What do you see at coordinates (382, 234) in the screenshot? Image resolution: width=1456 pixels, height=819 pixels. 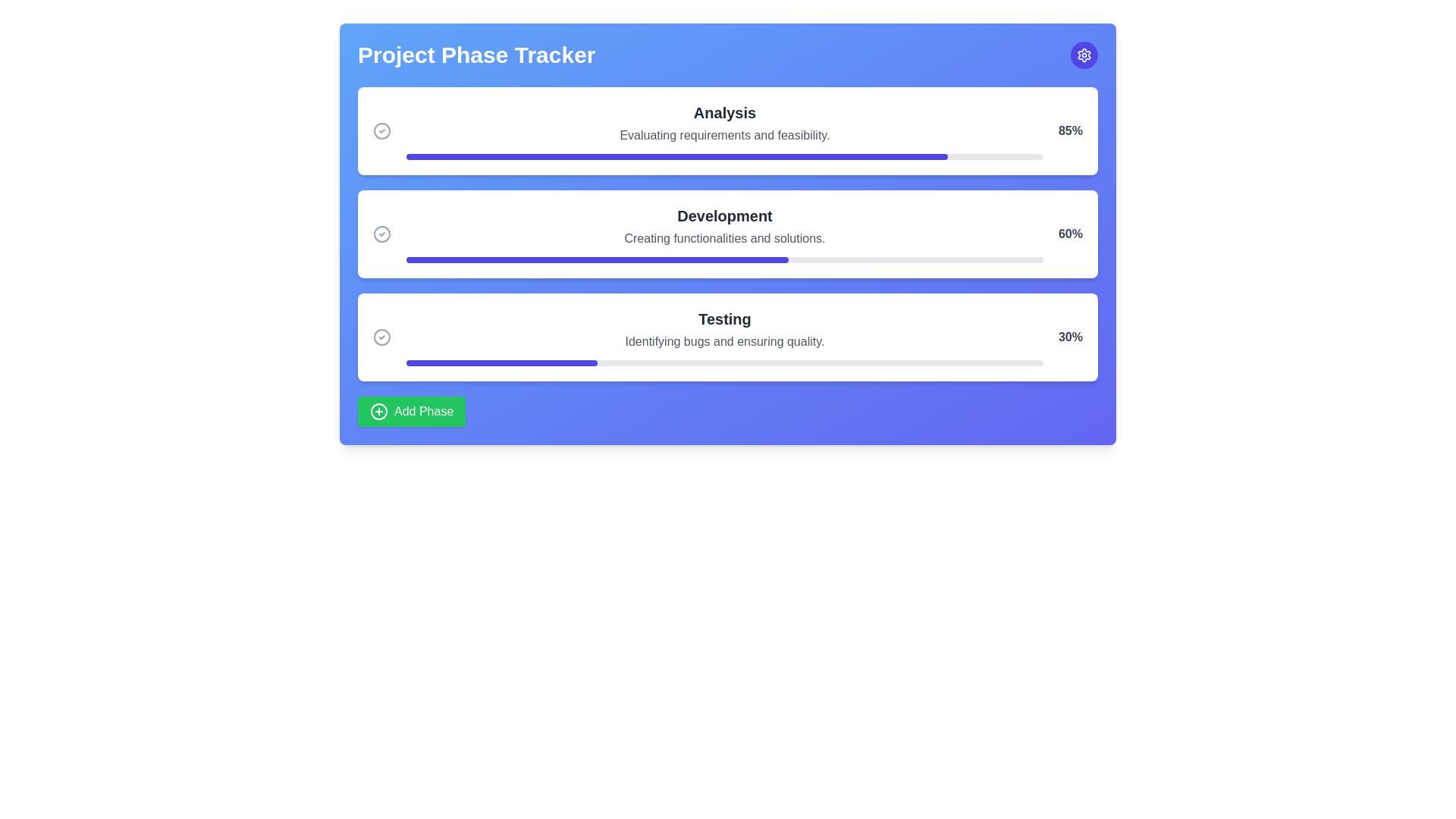 I see `the graphical SVG circle element representing a status or checklist icon in the 'Development' section of the progress tracker interface` at bounding box center [382, 234].